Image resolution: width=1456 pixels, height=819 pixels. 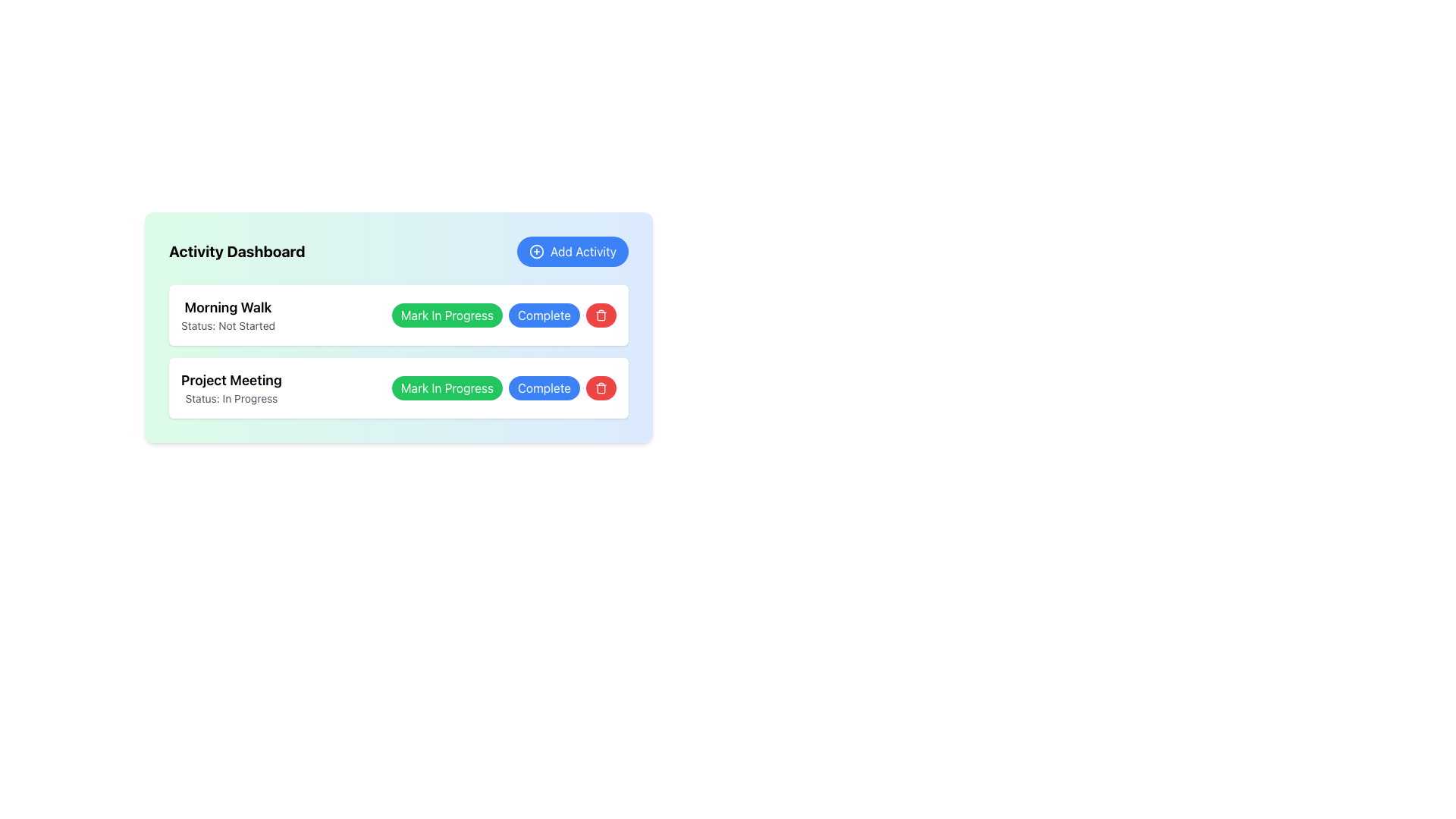 What do you see at coordinates (231, 388) in the screenshot?
I see `the Text Block that displays the title 'Project Meeting' and the status 'Status: In Progress', located within the second task card below 'Morning Walk'` at bounding box center [231, 388].